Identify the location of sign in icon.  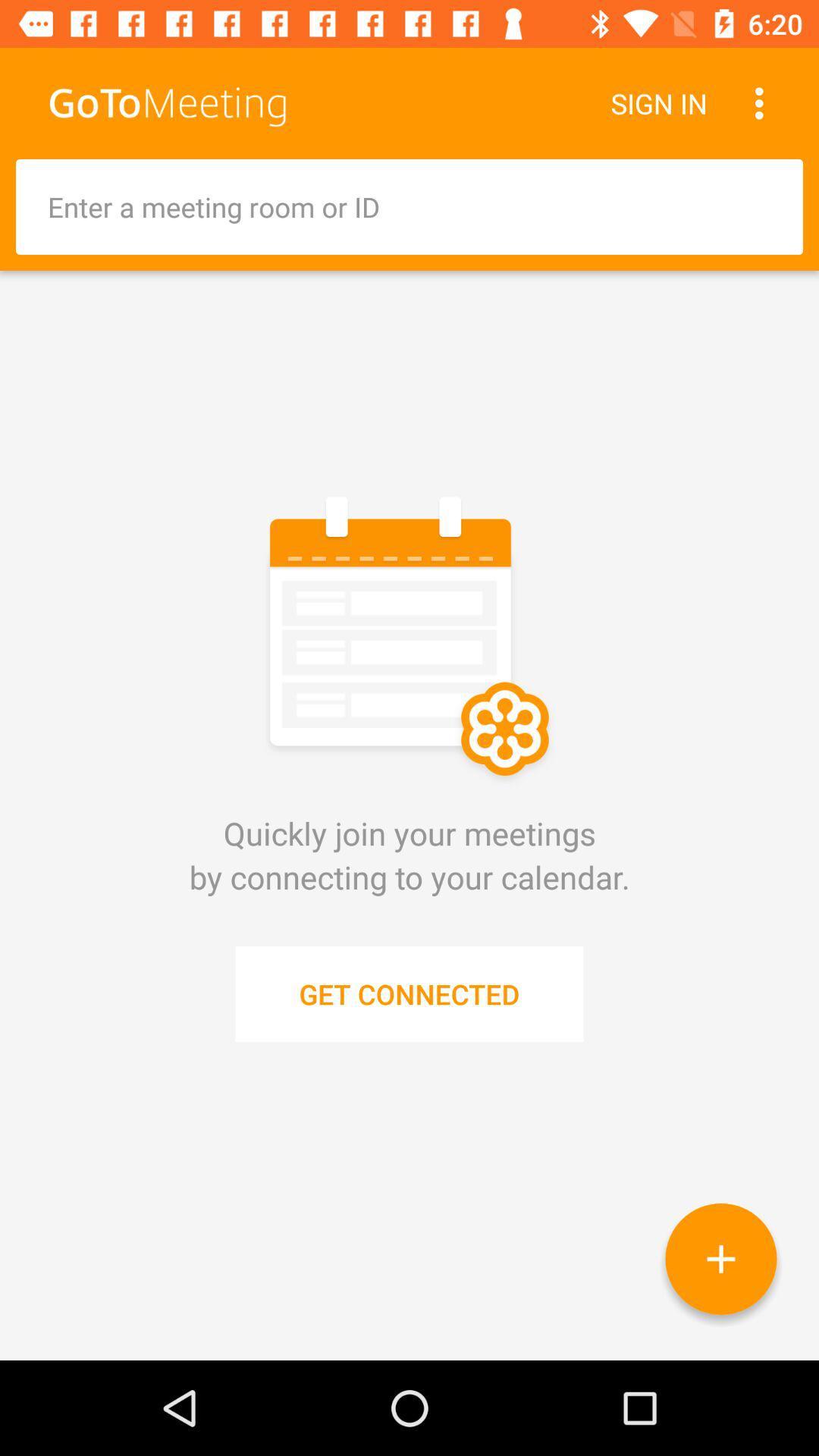
(658, 102).